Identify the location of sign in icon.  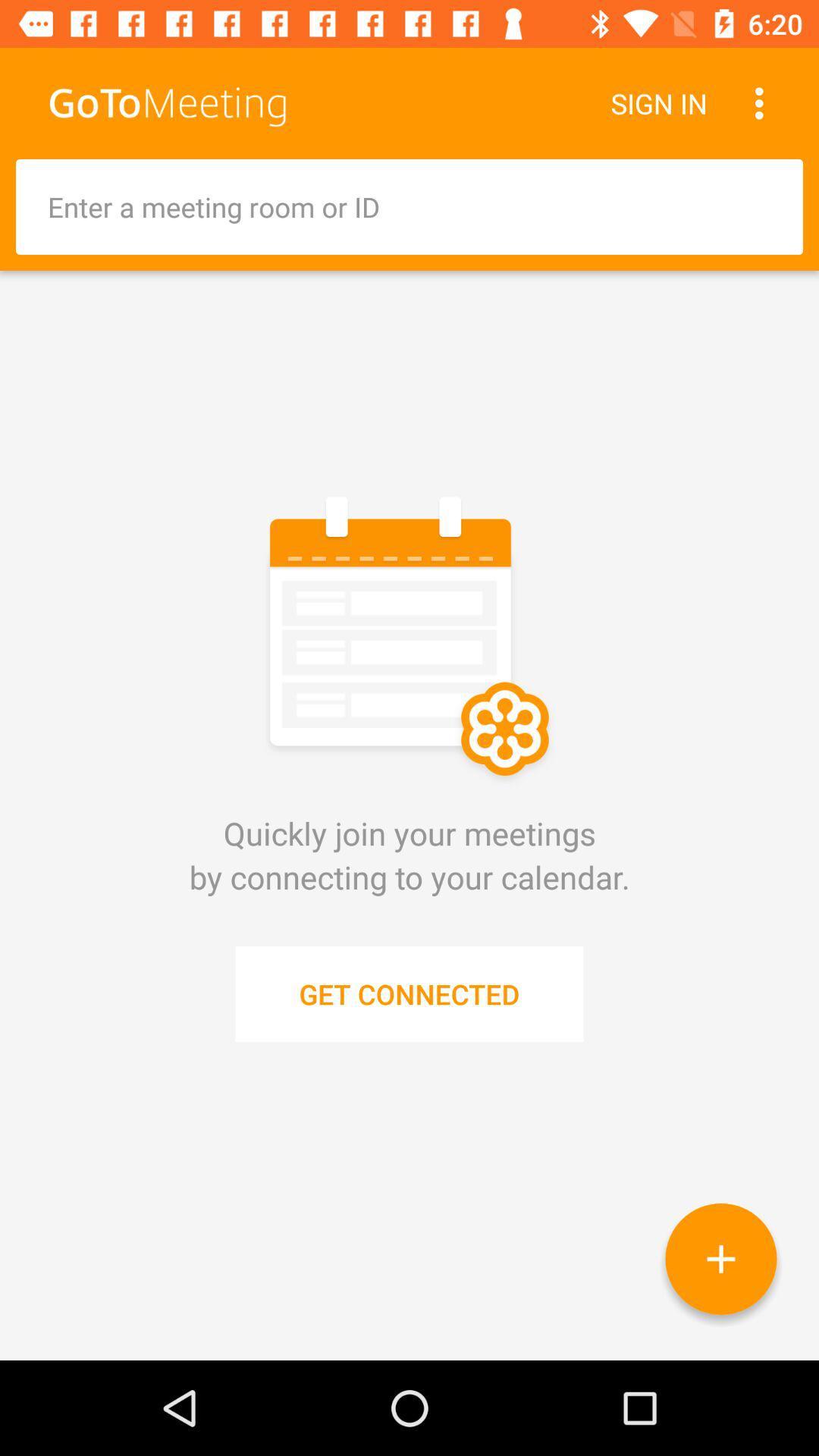
(658, 102).